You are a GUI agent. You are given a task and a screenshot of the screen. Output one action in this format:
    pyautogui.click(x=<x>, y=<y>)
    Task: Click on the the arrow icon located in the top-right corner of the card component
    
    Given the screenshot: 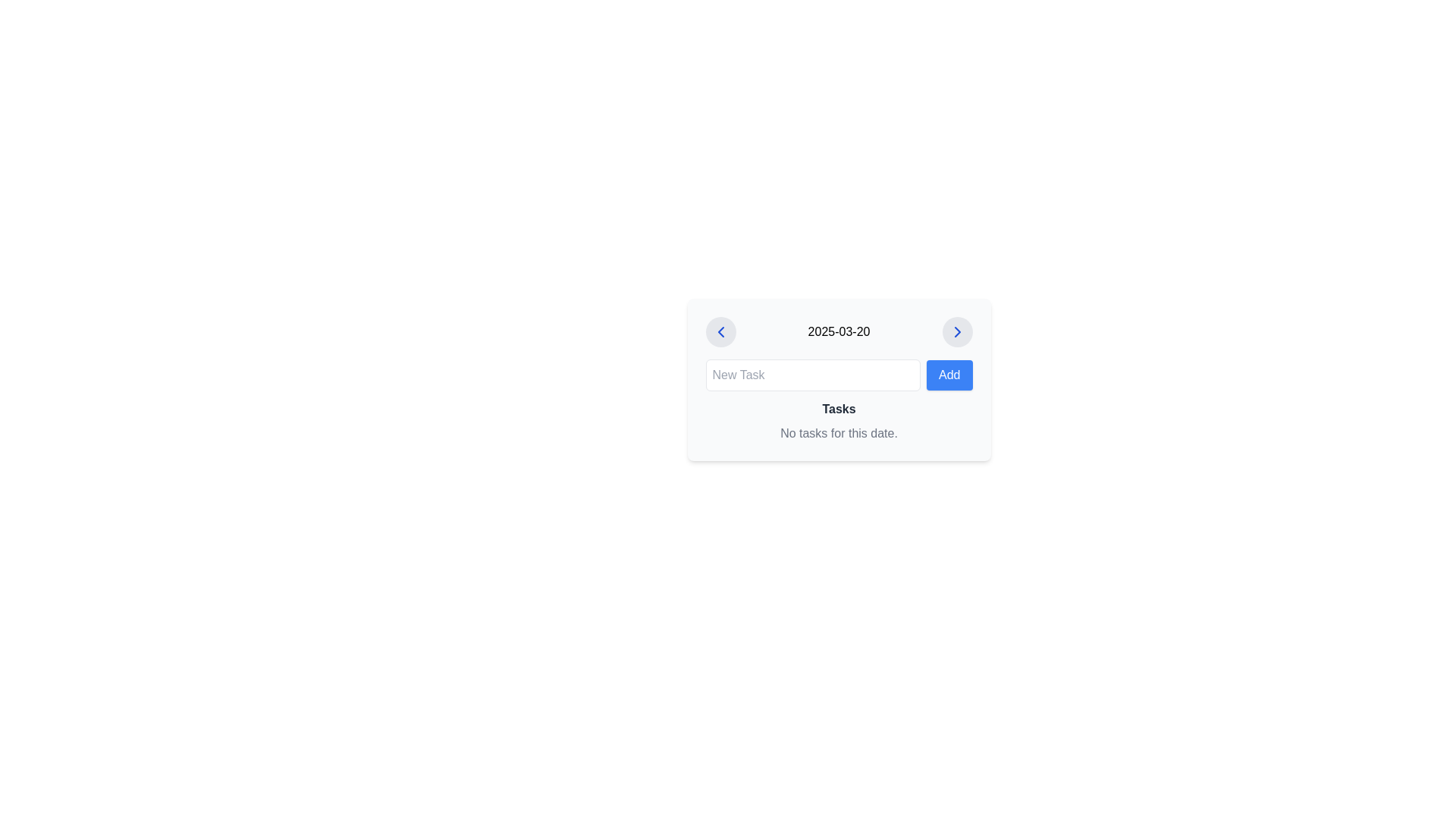 What is the action you would take?
    pyautogui.click(x=956, y=331)
    